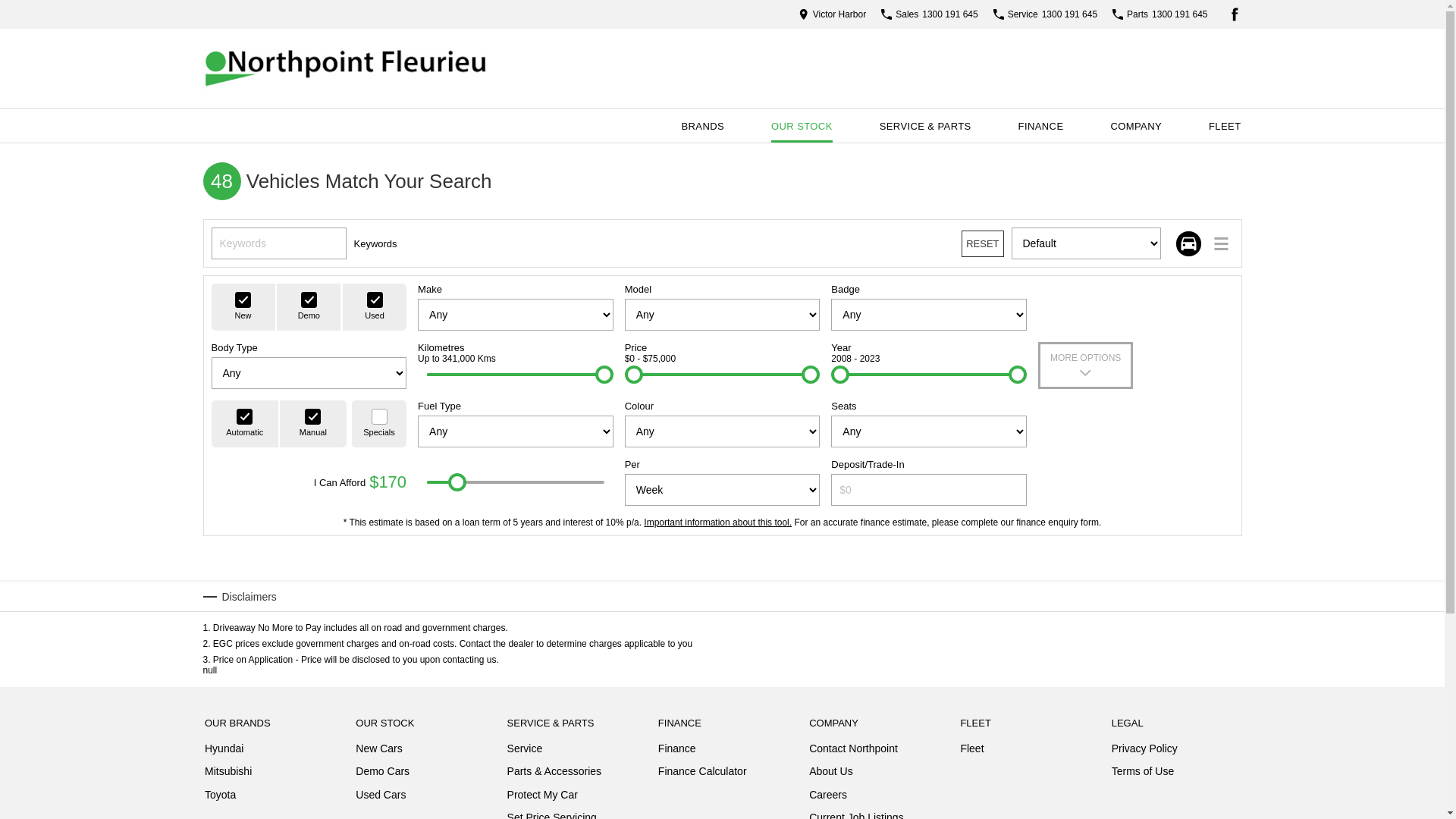 Image resolution: width=1456 pixels, height=819 pixels. Describe the element at coordinates (1040, 124) in the screenshot. I see `'FINANCE'` at that location.